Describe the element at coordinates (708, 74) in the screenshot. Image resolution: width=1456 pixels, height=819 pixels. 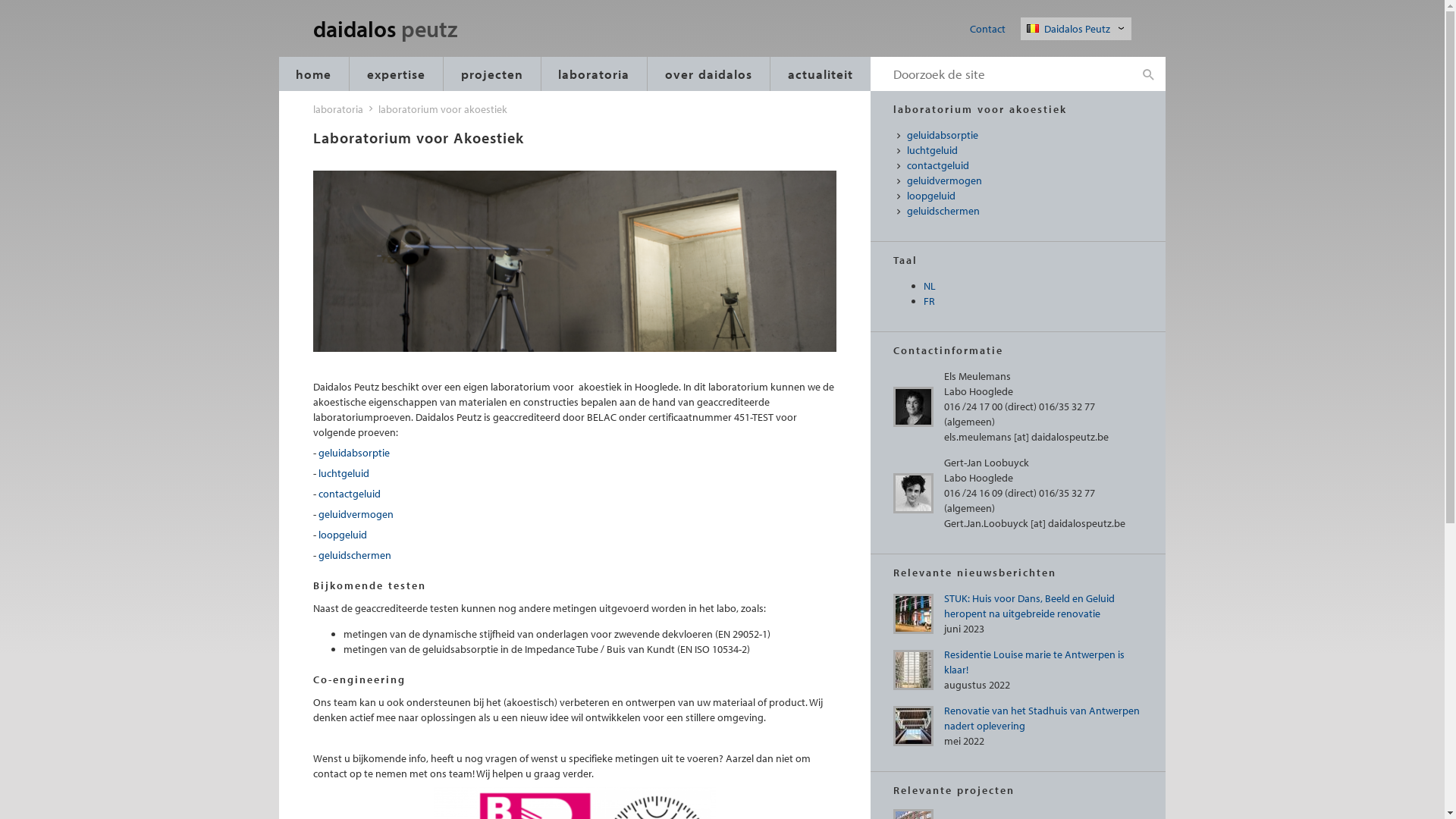
I see `'over daidalos'` at that location.